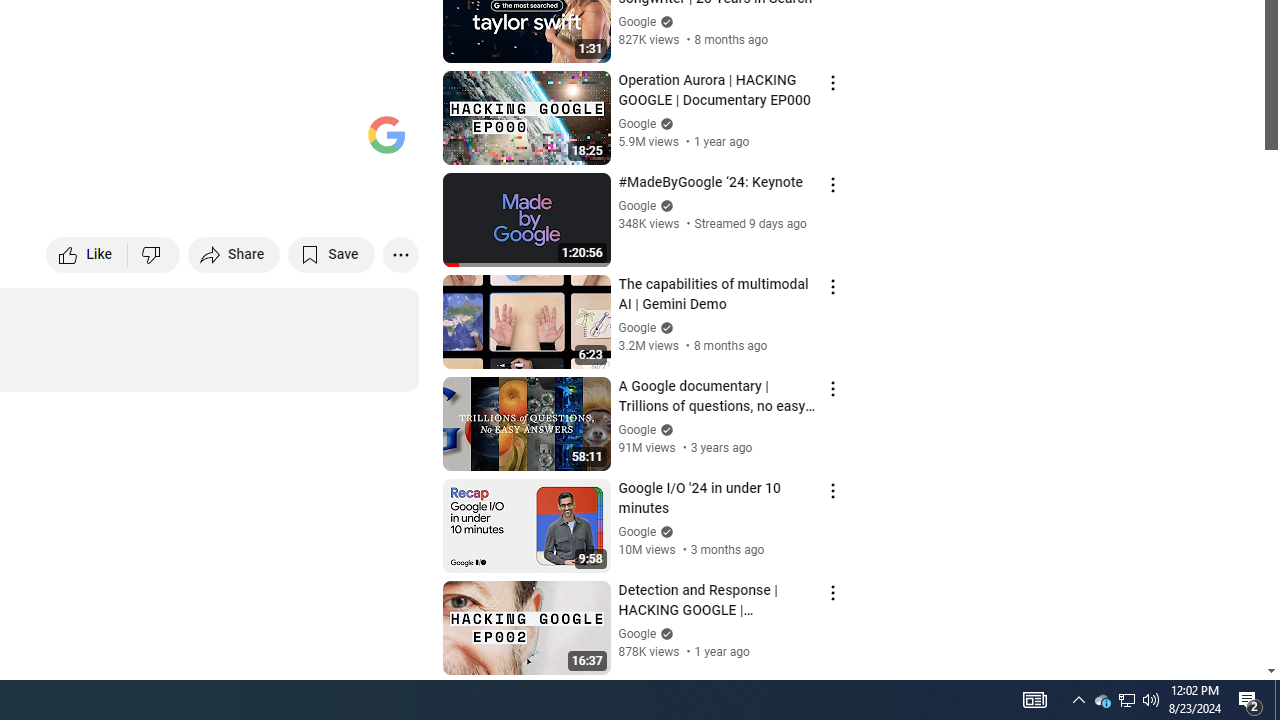 The height and width of the screenshot is (720, 1280). I want to click on 'Miniplayer (i)', so click(285, 141).